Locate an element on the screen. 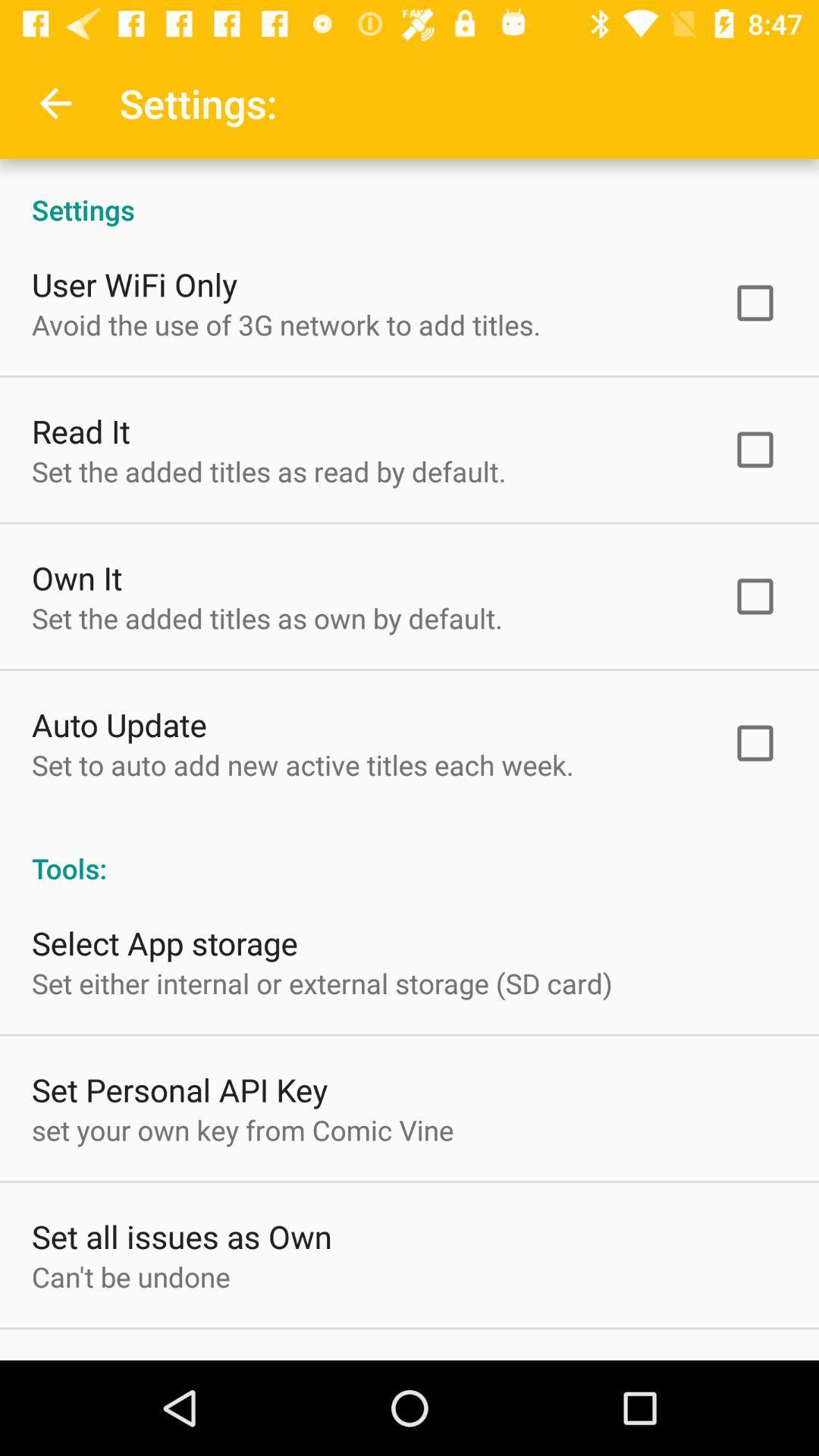 The height and width of the screenshot is (1456, 819). read it item is located at coordinates (80, 430).